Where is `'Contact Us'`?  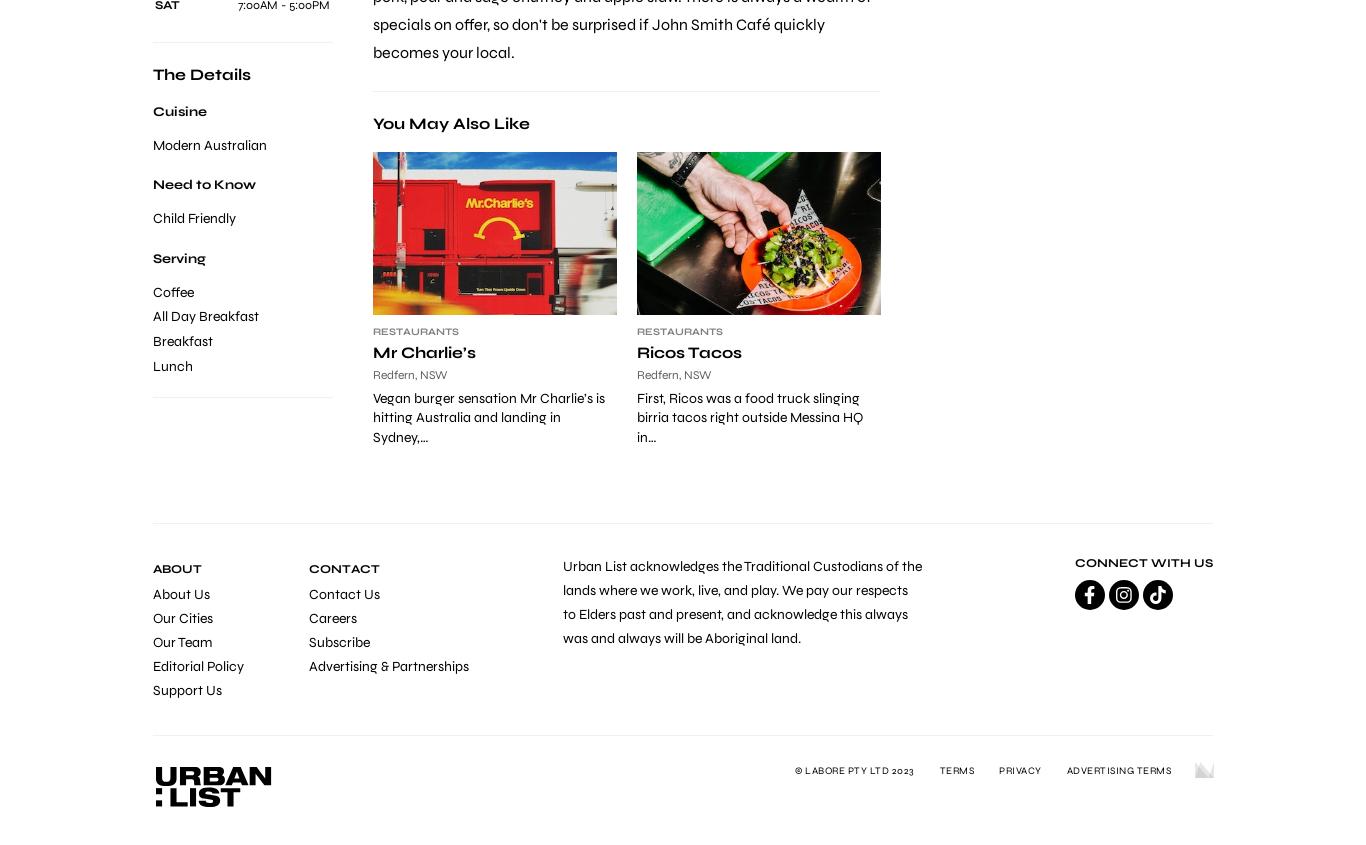
'Contact Us' is located at coordinates (342, 594).